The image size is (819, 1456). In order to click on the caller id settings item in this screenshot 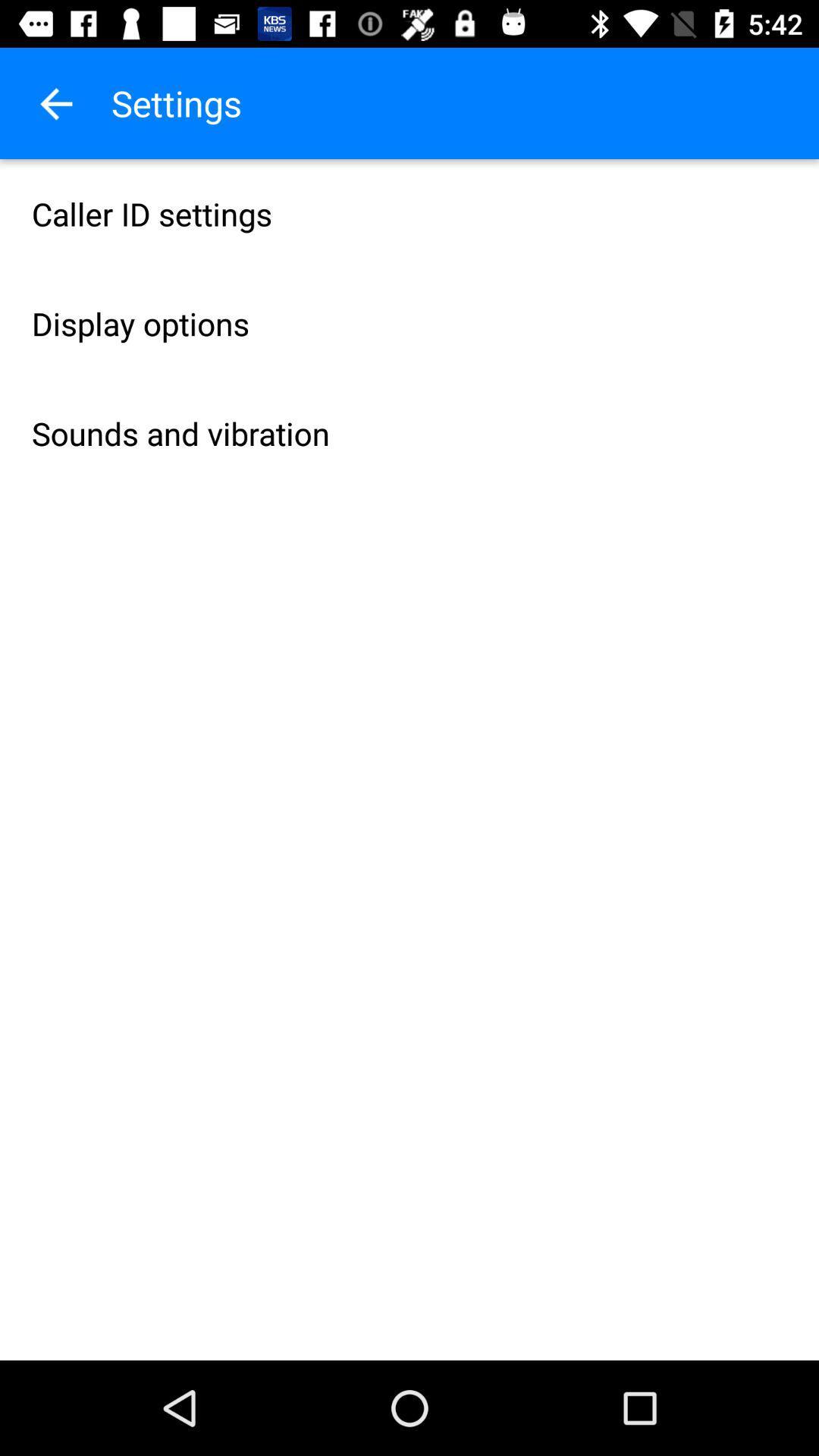, I will do `click(409, 213)`.